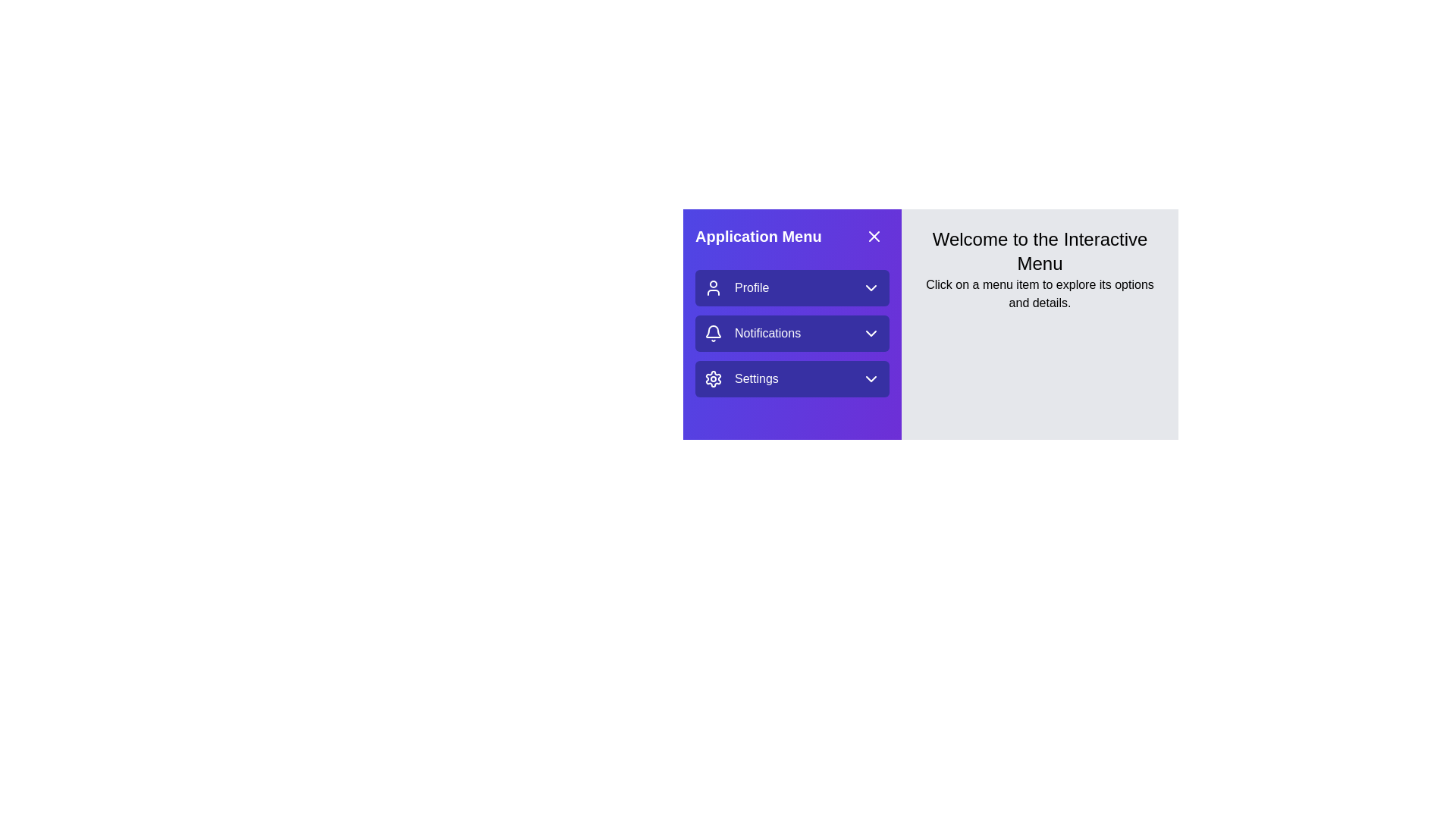  I want to click on the close button located in the top-right corner of the 'Application Menu', so click(874, 237).